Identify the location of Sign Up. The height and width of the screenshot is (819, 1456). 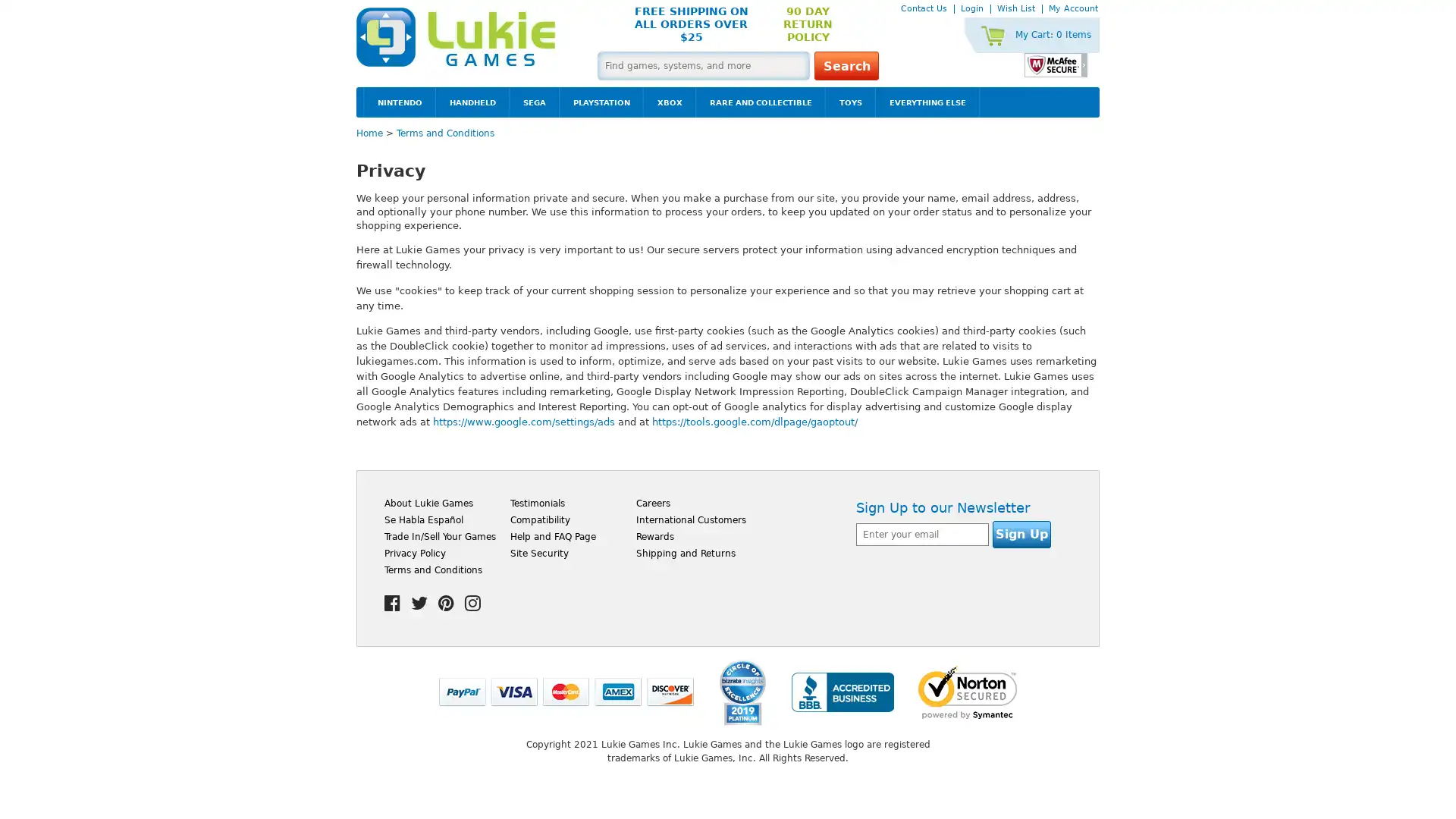
(1021, 533).